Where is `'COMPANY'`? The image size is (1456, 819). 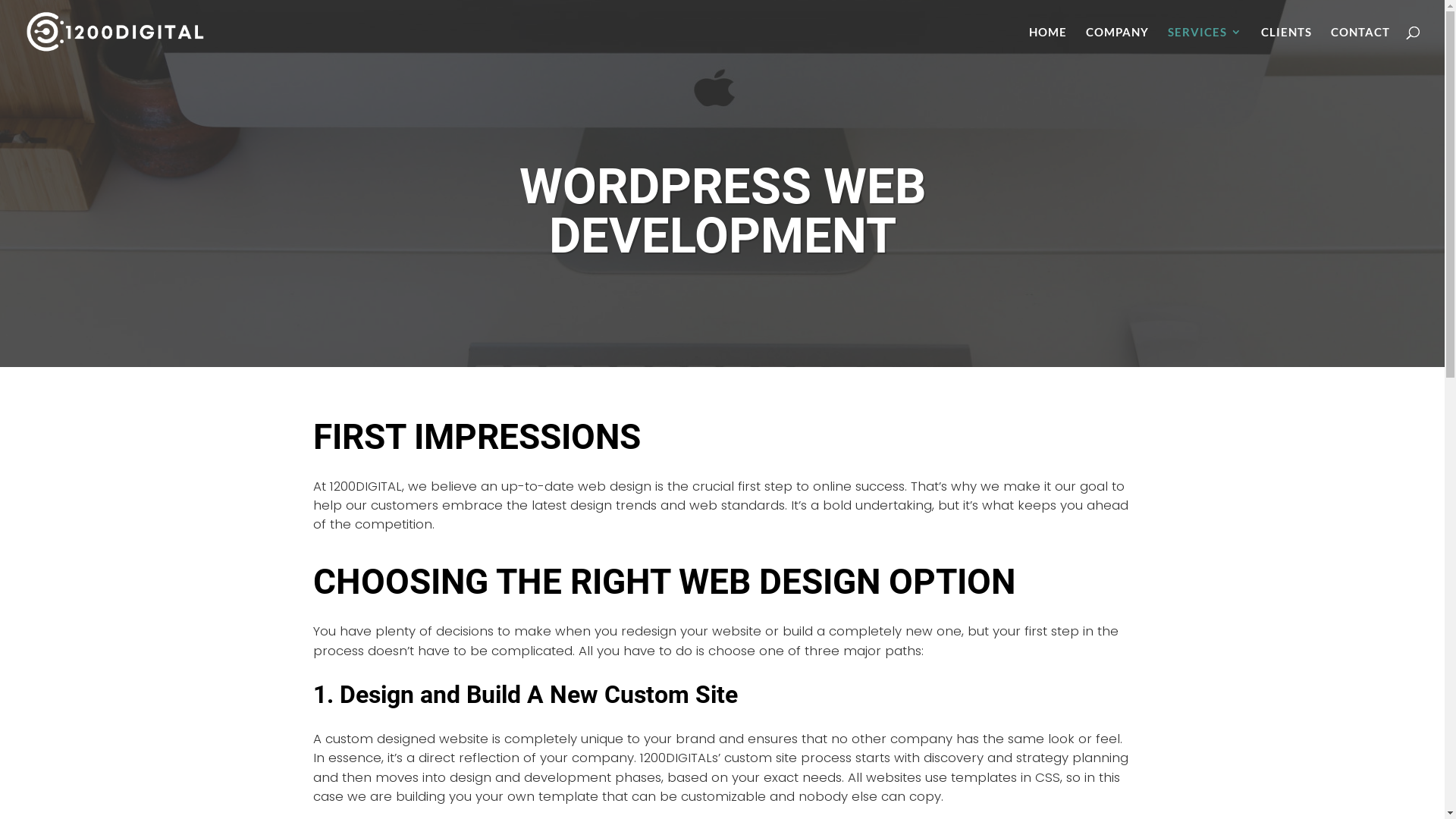 'COMPANY' is located at coordinates (1117, 44).